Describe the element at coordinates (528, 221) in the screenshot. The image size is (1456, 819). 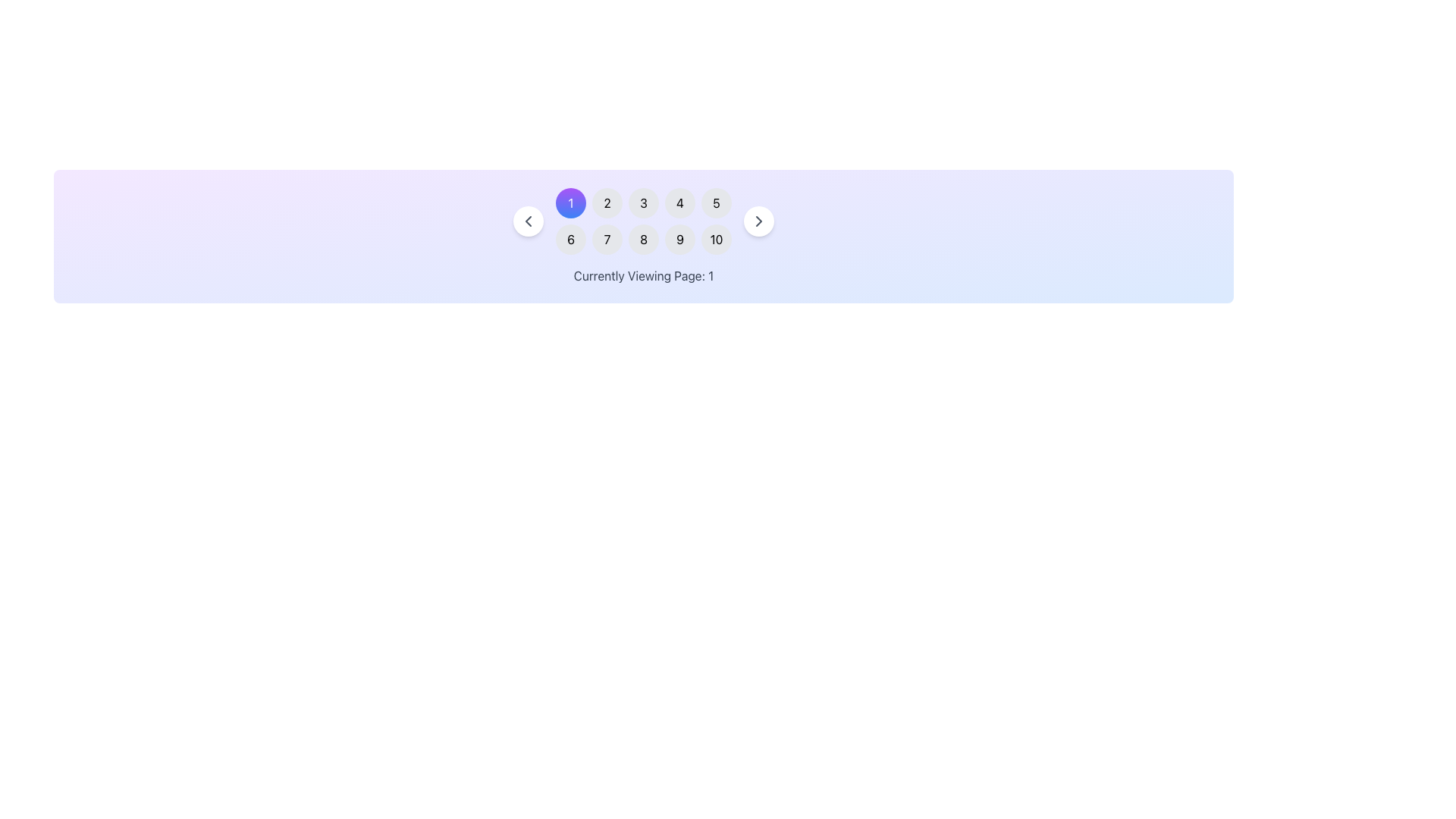
I see `the leftmost pagination button that allows navigation to the previous set of pages, located to the left of the numeric buttons` at that location.